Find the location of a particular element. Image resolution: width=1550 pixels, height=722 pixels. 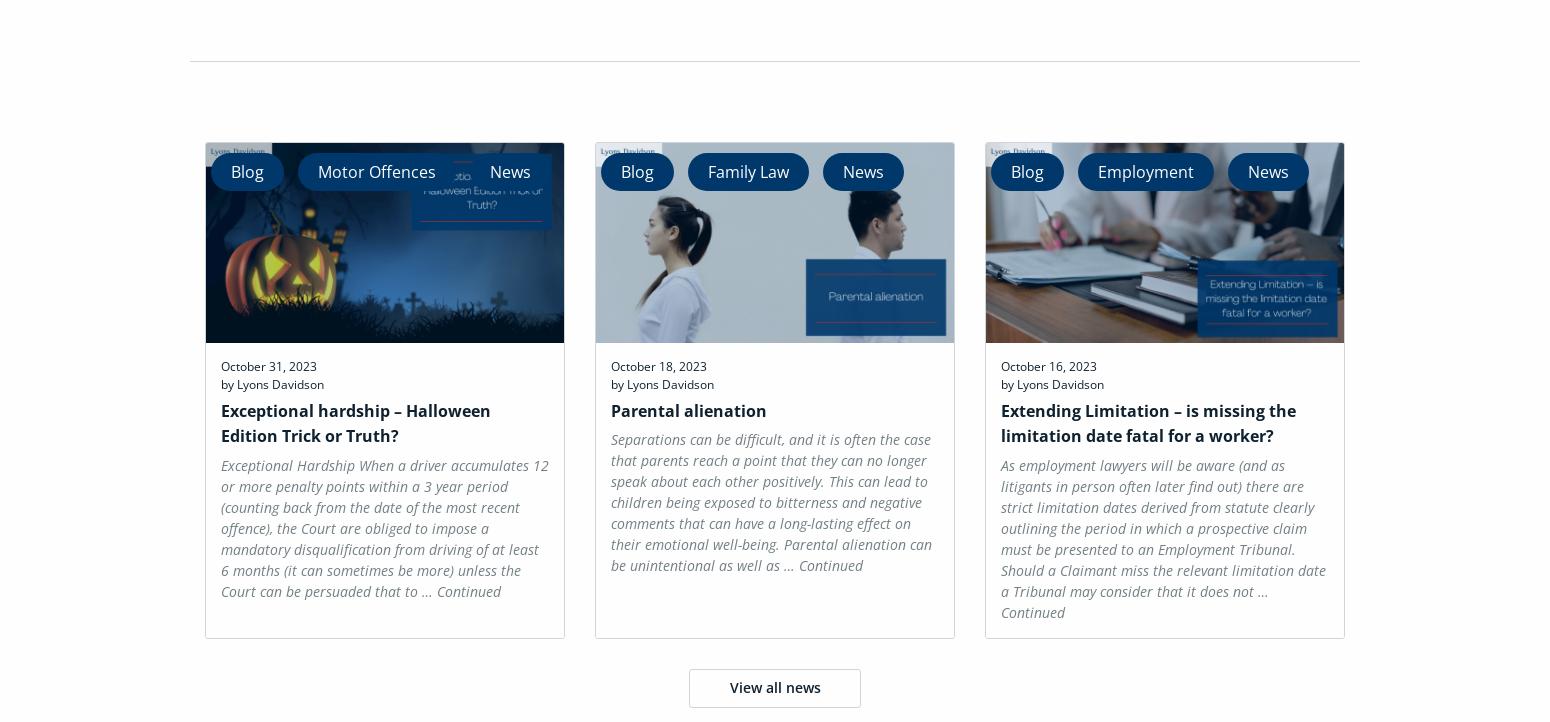

'Employment' is located at coordinates (1143, 170).